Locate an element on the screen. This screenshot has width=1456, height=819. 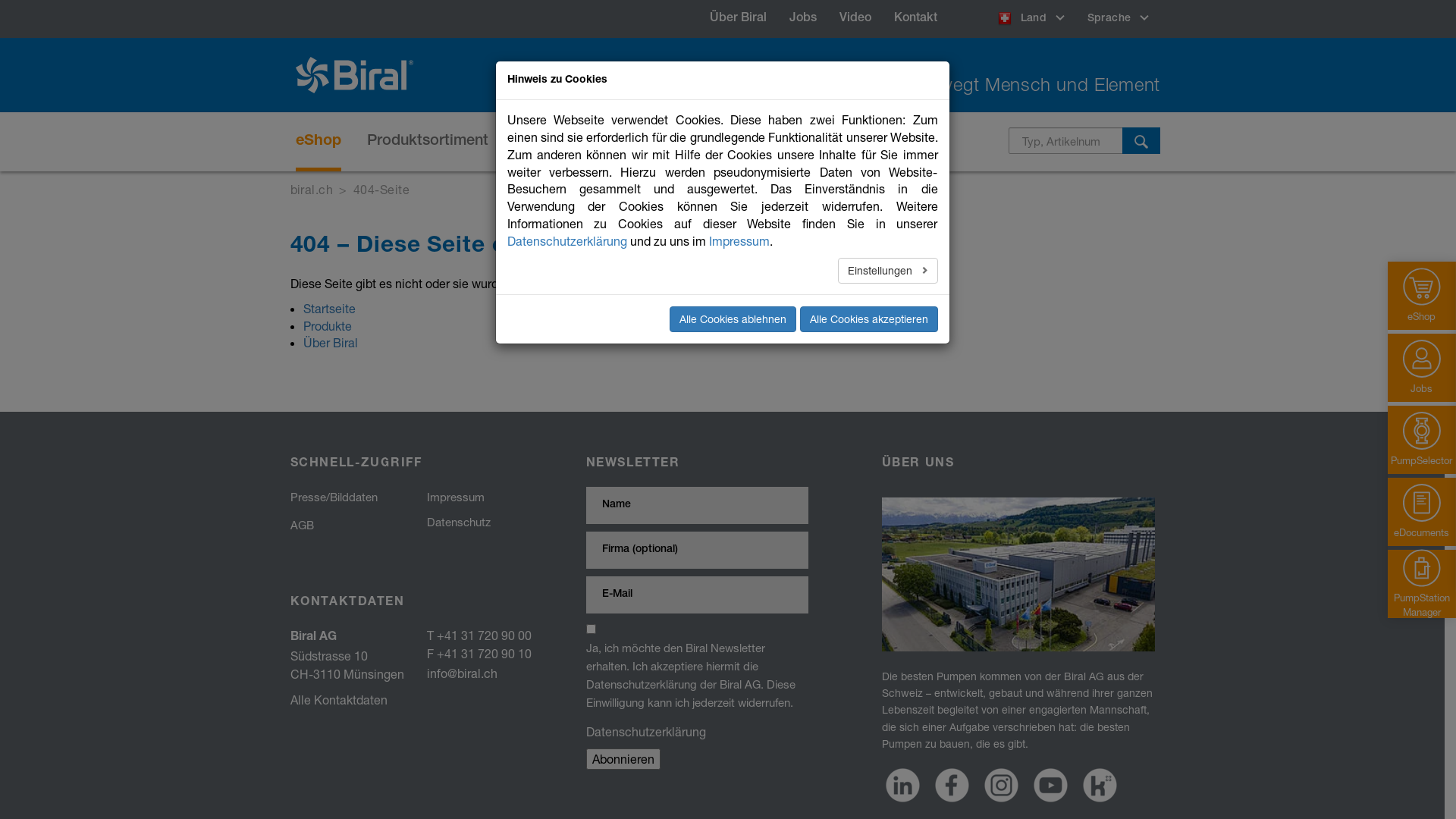
'404-Seite' is located at coordinates (381, 188).